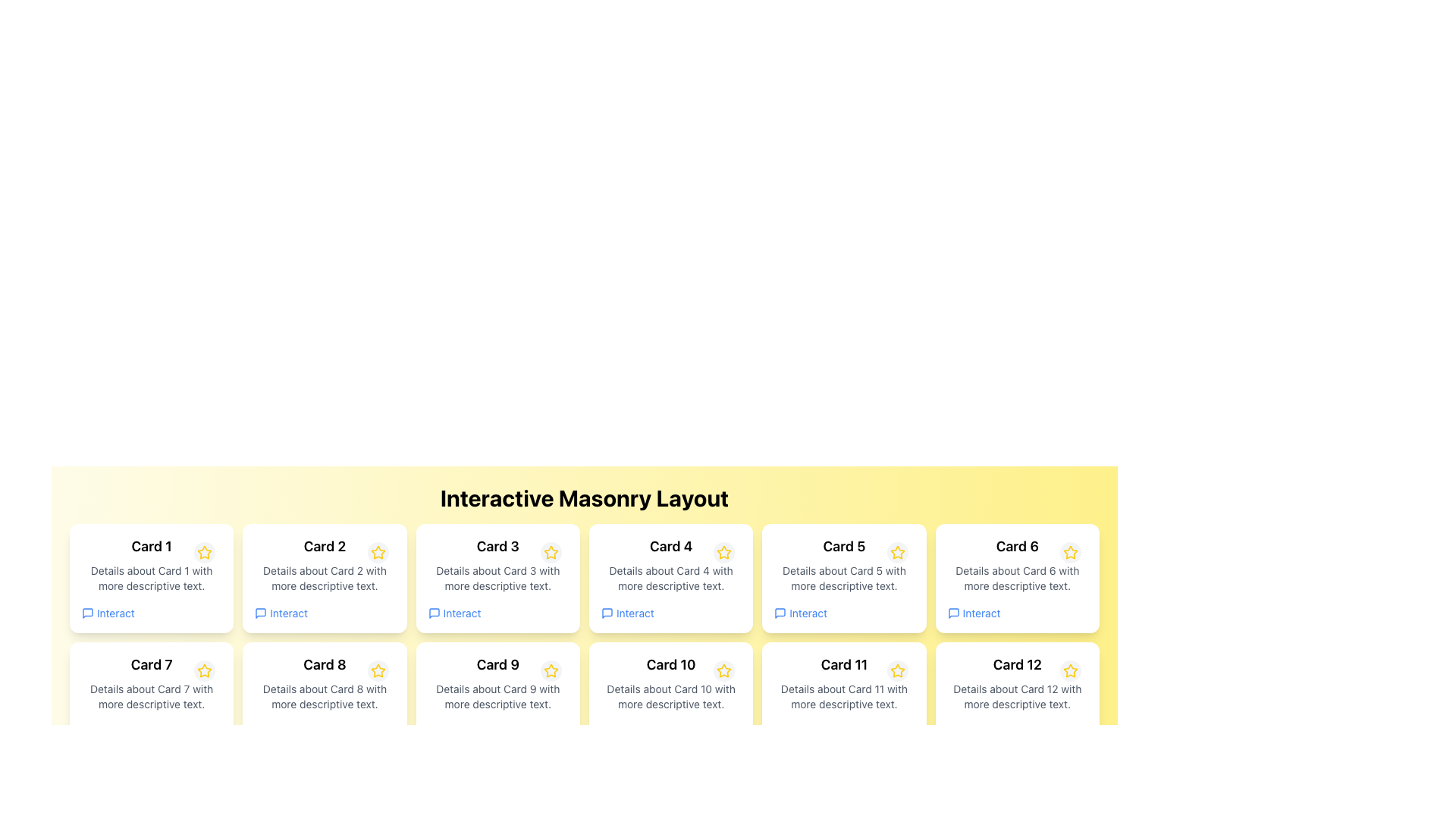 Image resolution: width=1456 pixels, height=819 pixels. Describe the element at coordinates (723, 671) in the screenshot. I see `the star-shaped icon with a yellow outline located in the top-right corner of 'Card 10'` at that location.